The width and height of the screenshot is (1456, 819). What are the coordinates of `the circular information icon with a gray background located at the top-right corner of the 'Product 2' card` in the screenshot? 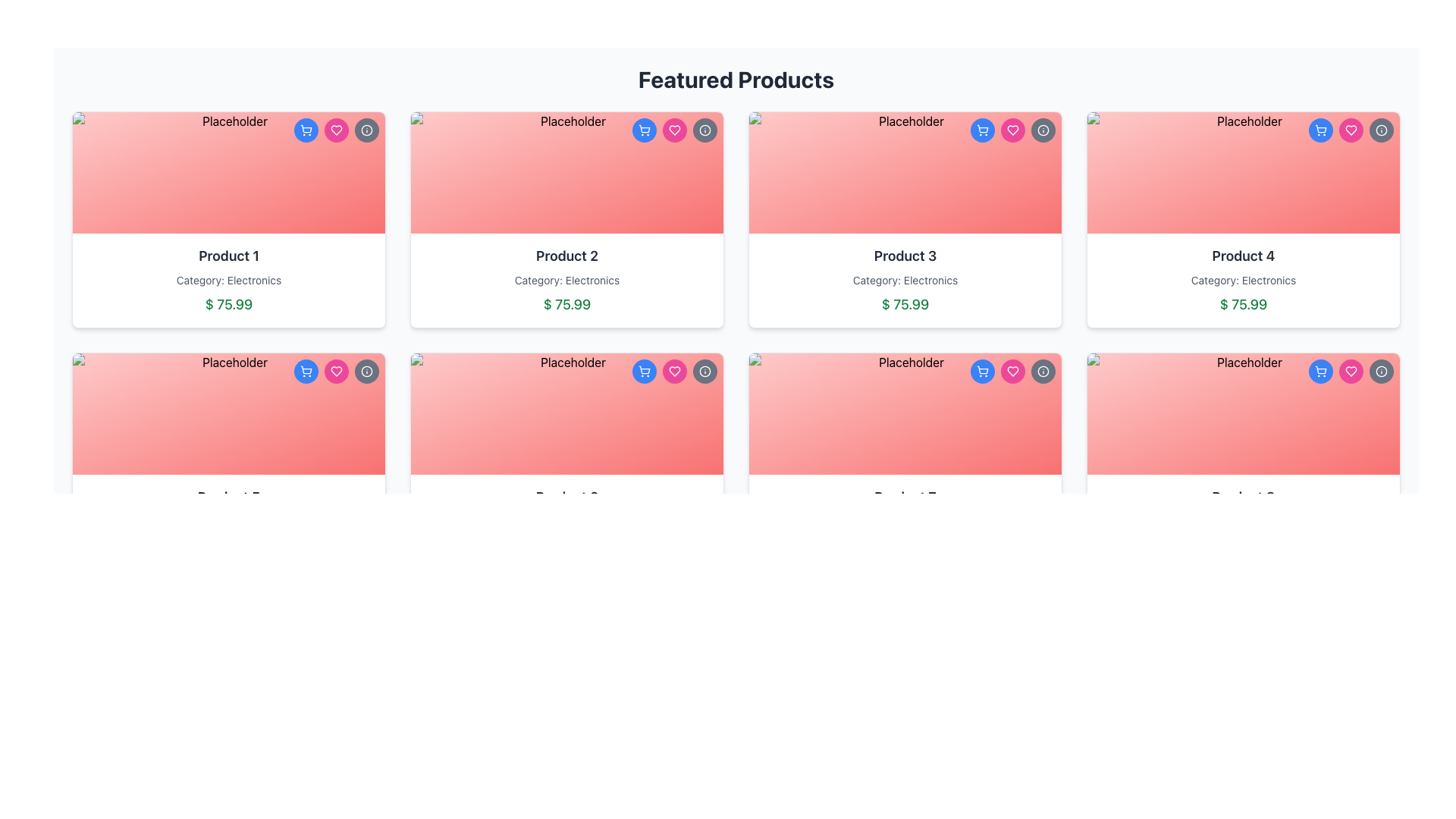 It's located at (704, 371).